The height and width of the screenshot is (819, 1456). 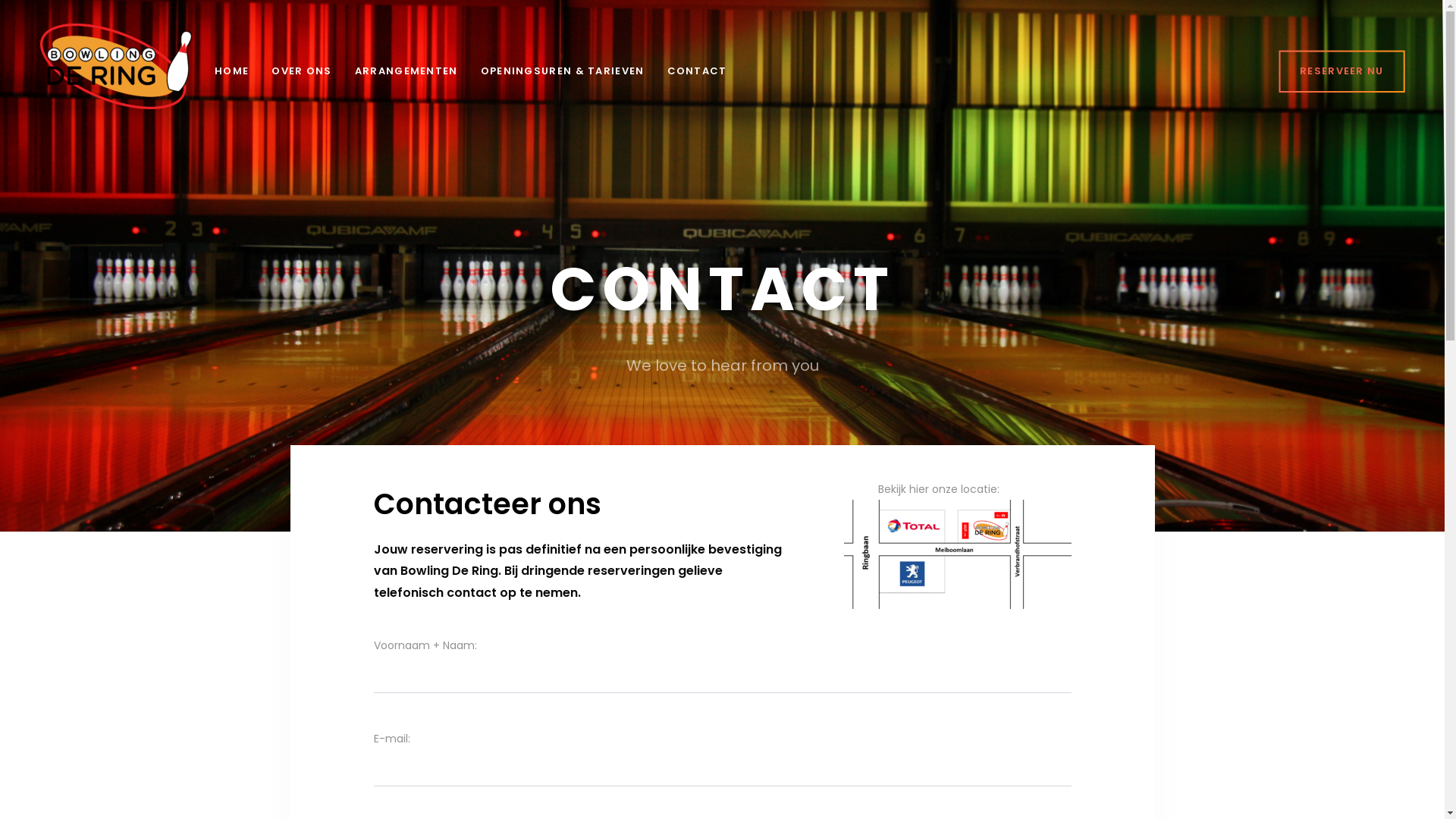 I want to click on 'HOME', so click(x=231, y=71).